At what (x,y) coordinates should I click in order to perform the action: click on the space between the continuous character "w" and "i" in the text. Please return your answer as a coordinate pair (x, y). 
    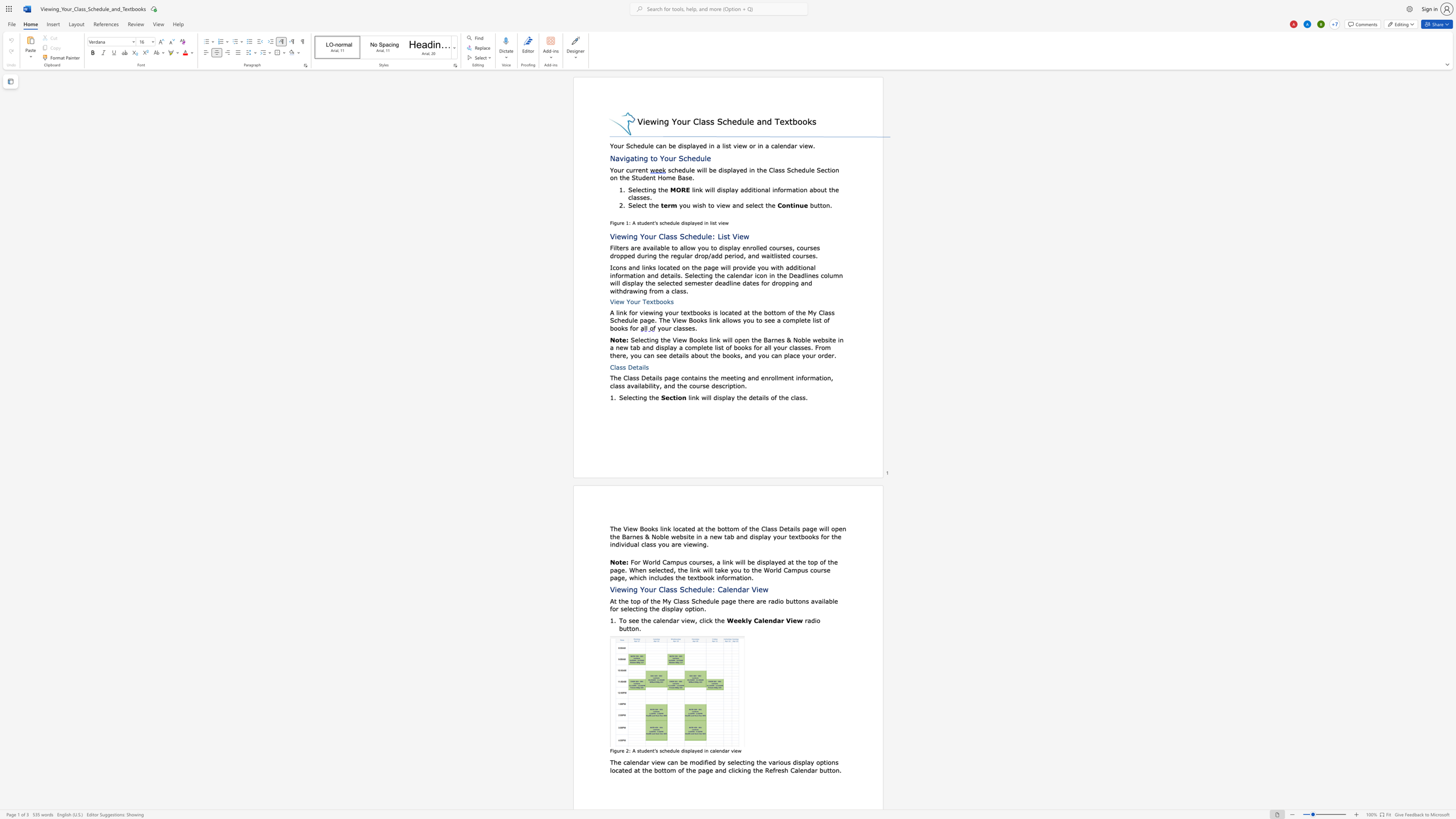
    Looking at the image, I should click on (655, 121).